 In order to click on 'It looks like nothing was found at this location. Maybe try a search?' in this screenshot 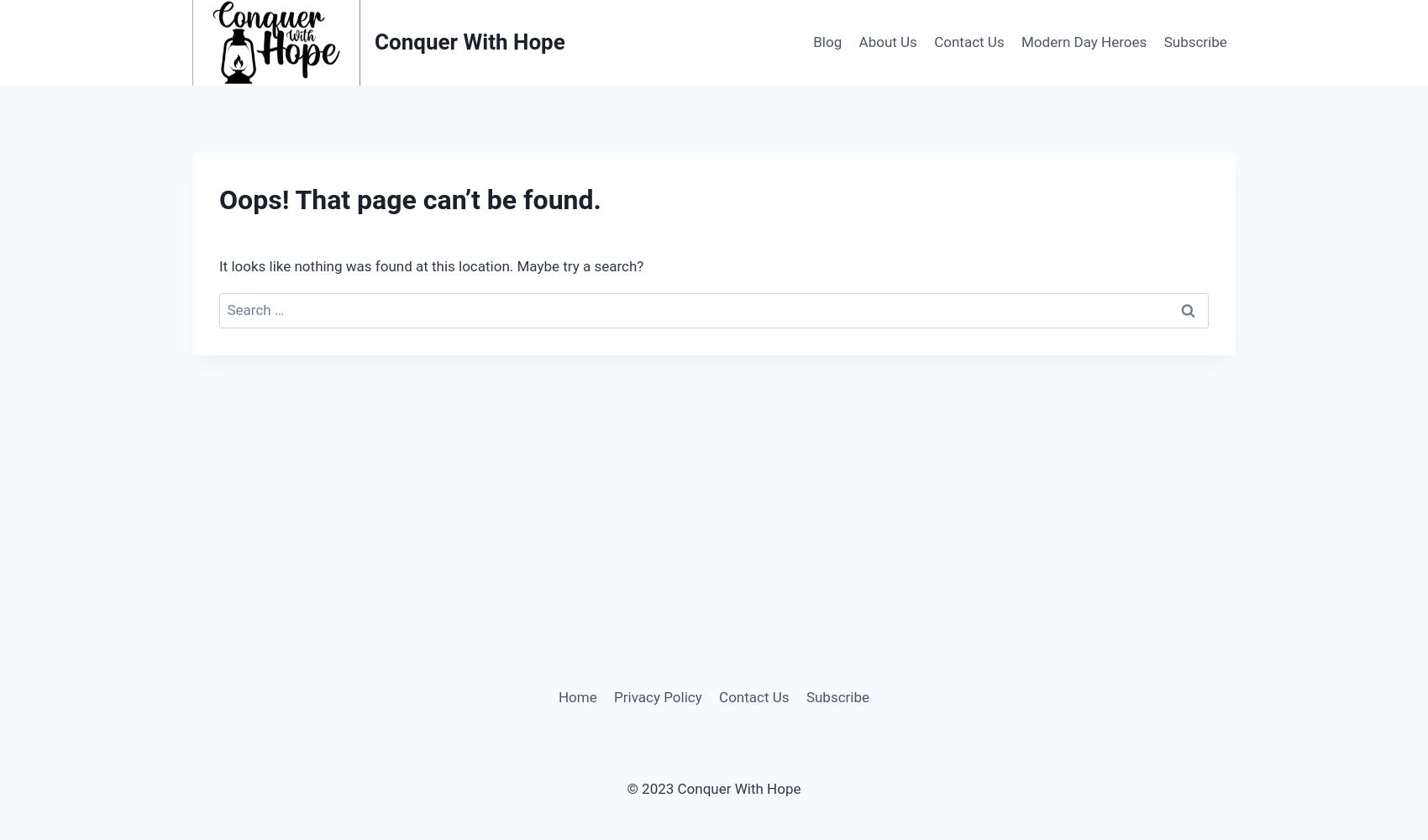, I will do `click(431, 265)`.